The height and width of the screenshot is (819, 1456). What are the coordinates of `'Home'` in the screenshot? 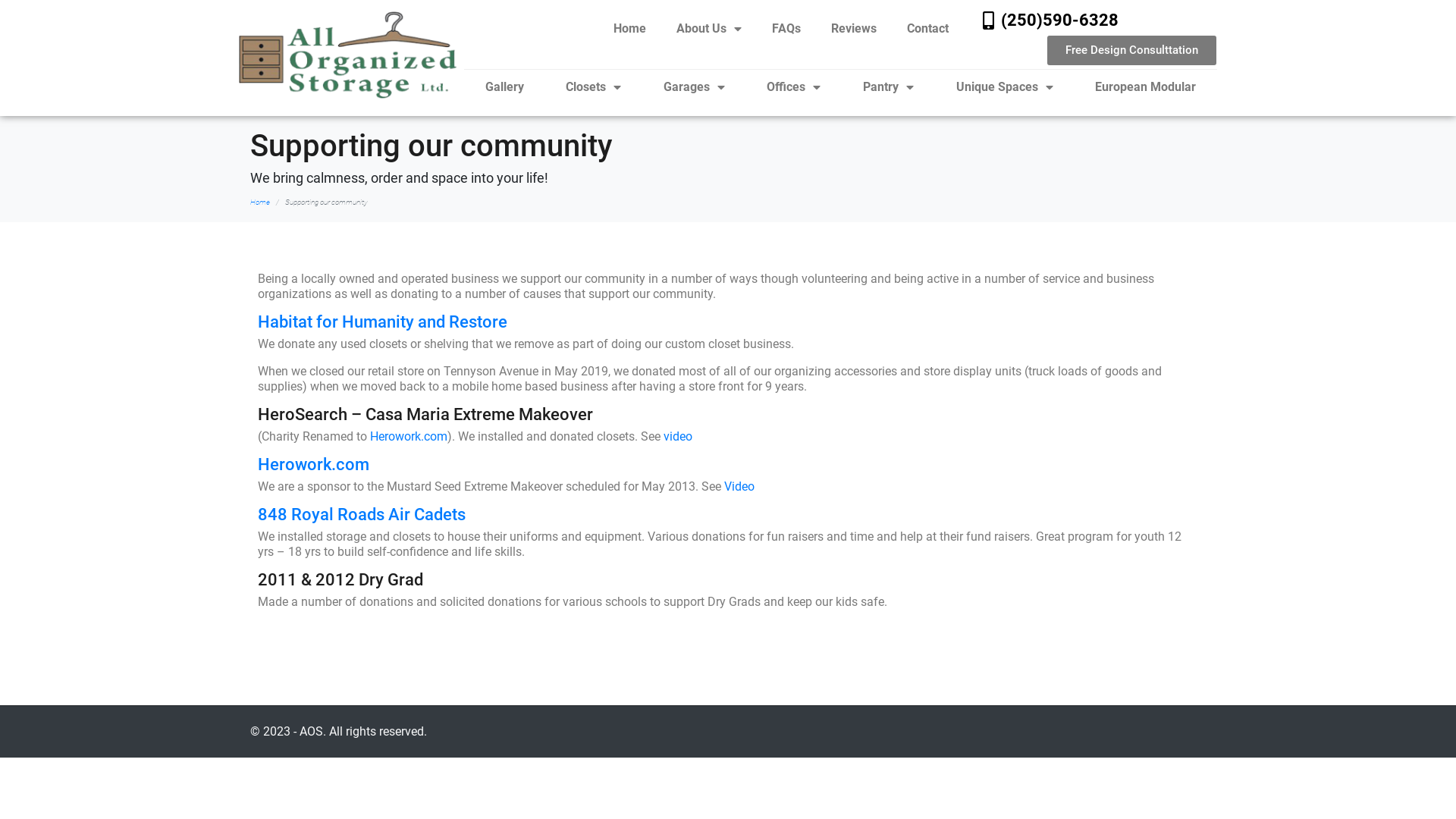 It's located at (629, 29).